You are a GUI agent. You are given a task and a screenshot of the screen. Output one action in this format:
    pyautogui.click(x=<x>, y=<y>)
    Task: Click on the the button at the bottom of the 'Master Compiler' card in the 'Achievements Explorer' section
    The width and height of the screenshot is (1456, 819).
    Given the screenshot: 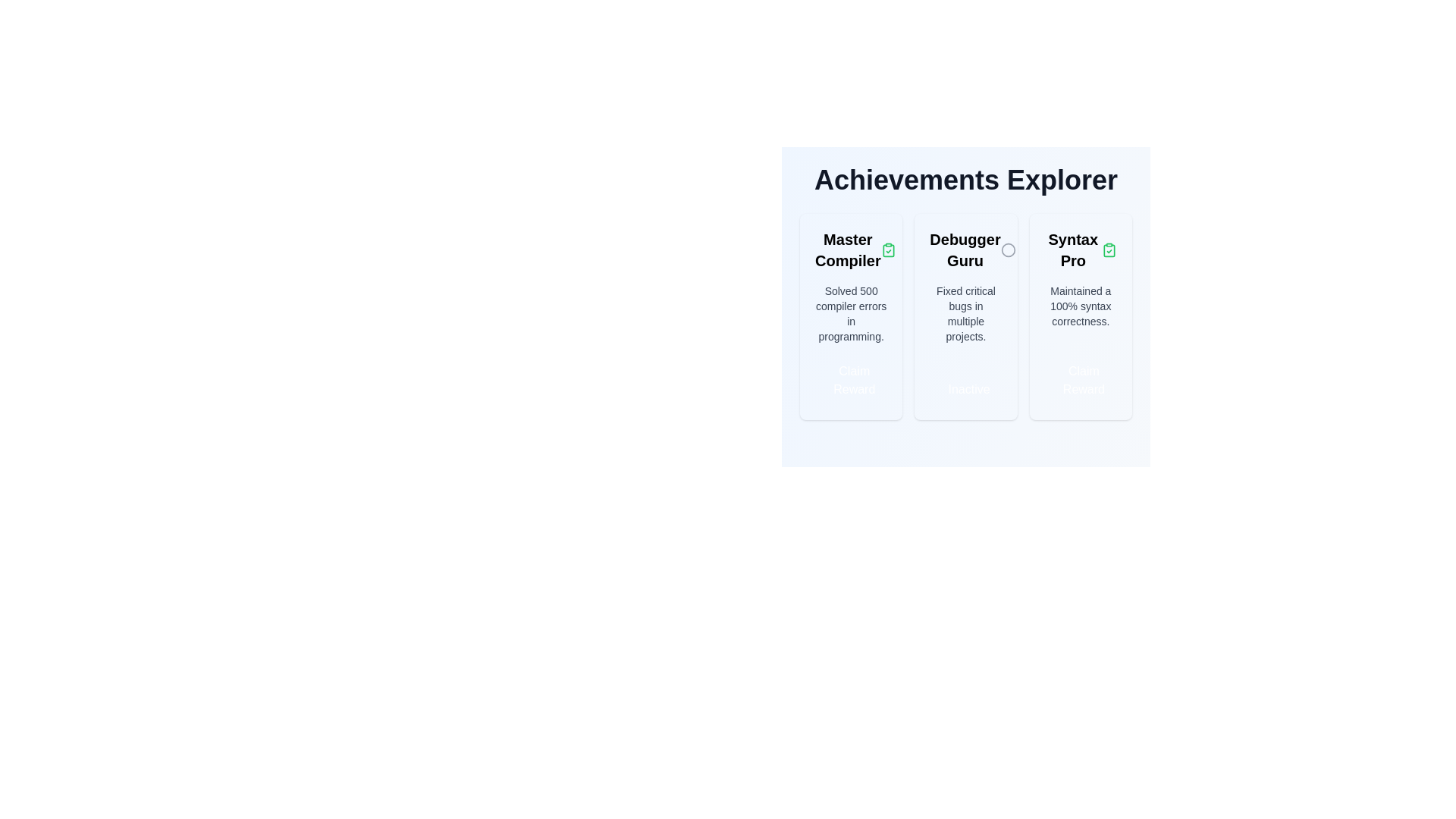 What is the action you would take?
    pyautogui.click(x=851, y=379)
    